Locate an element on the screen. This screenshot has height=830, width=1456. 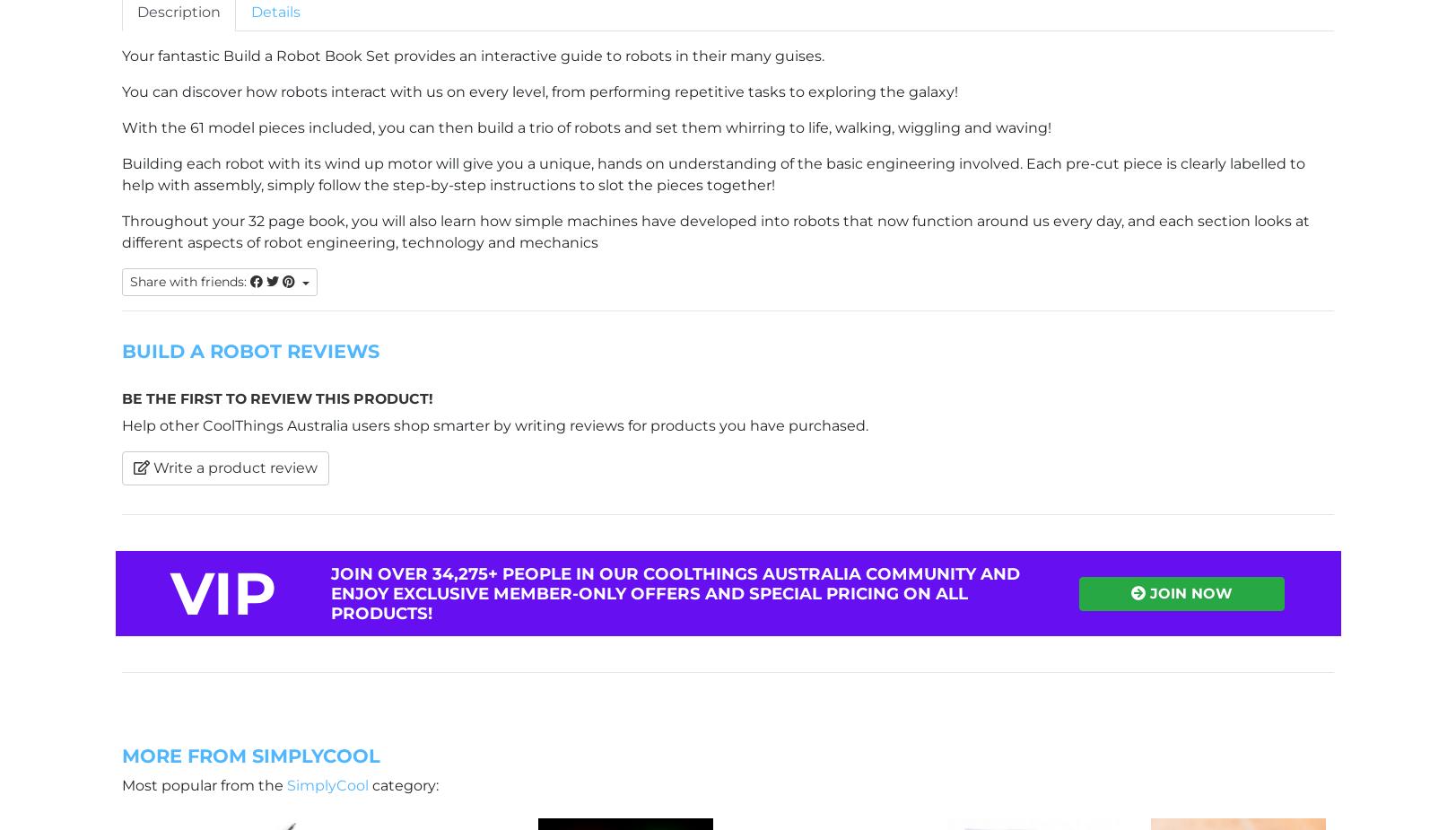
'Help other CoolThings Australia users shop smarter by writing reviews for products you have purchased.' is located at coordinates (494, 425).